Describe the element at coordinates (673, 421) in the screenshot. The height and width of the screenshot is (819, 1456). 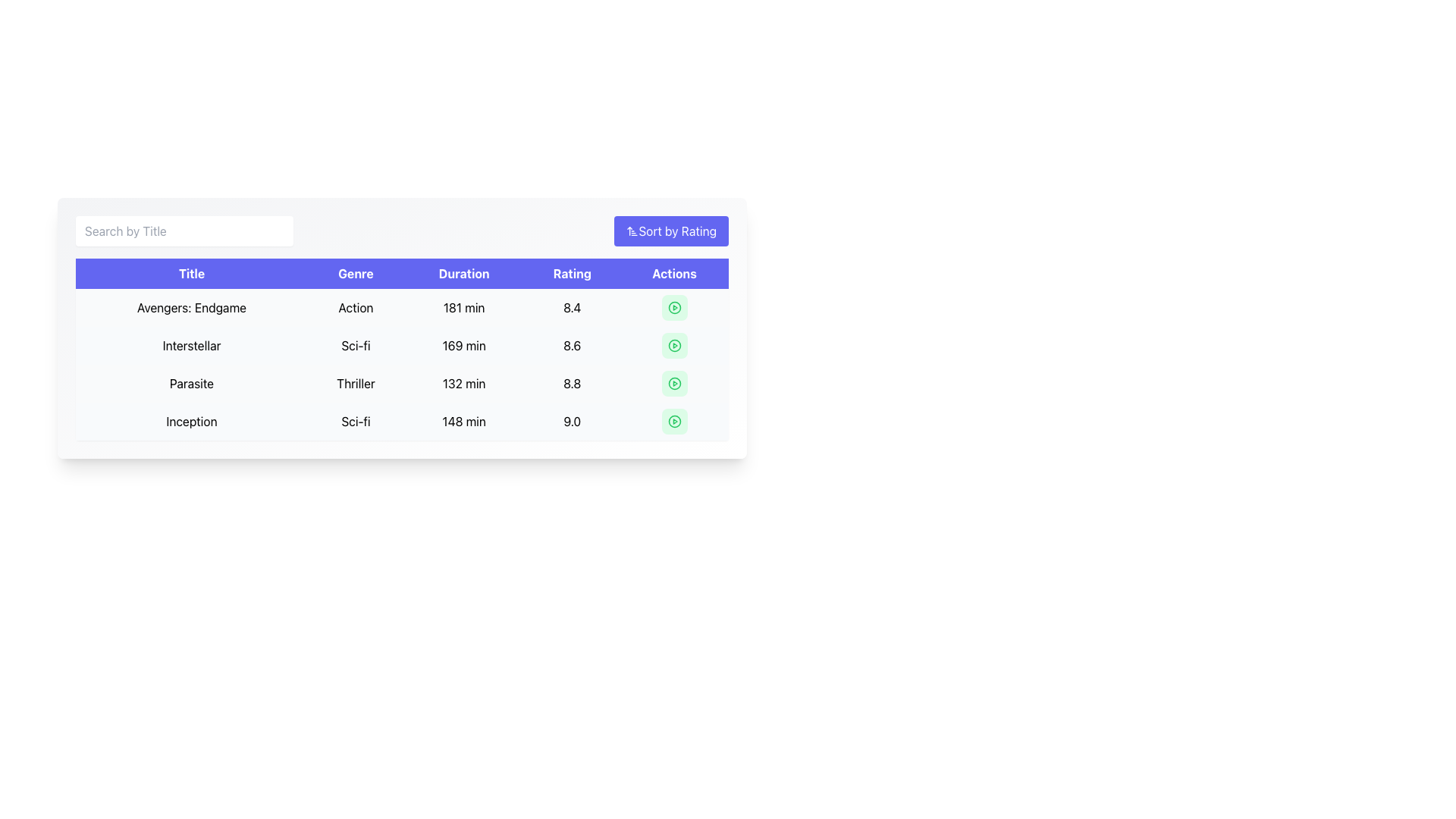
I see `the playback button for the movie 'Inception' located in the last row under the 'Actions' column` at that location.